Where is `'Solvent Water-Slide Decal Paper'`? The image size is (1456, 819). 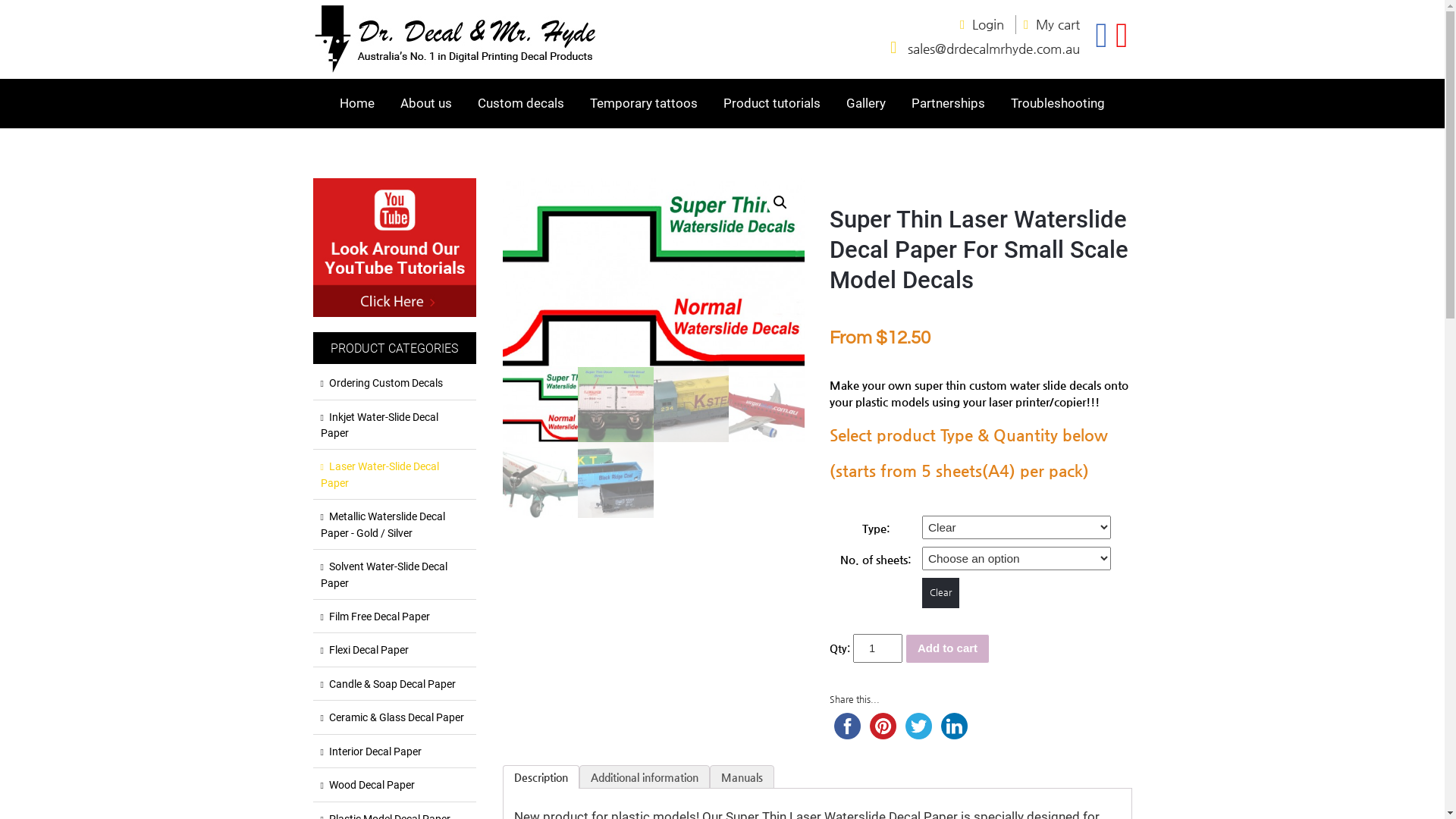
'Solvent Water-Slide Decal Paper' is located at coordinates (394, 575).